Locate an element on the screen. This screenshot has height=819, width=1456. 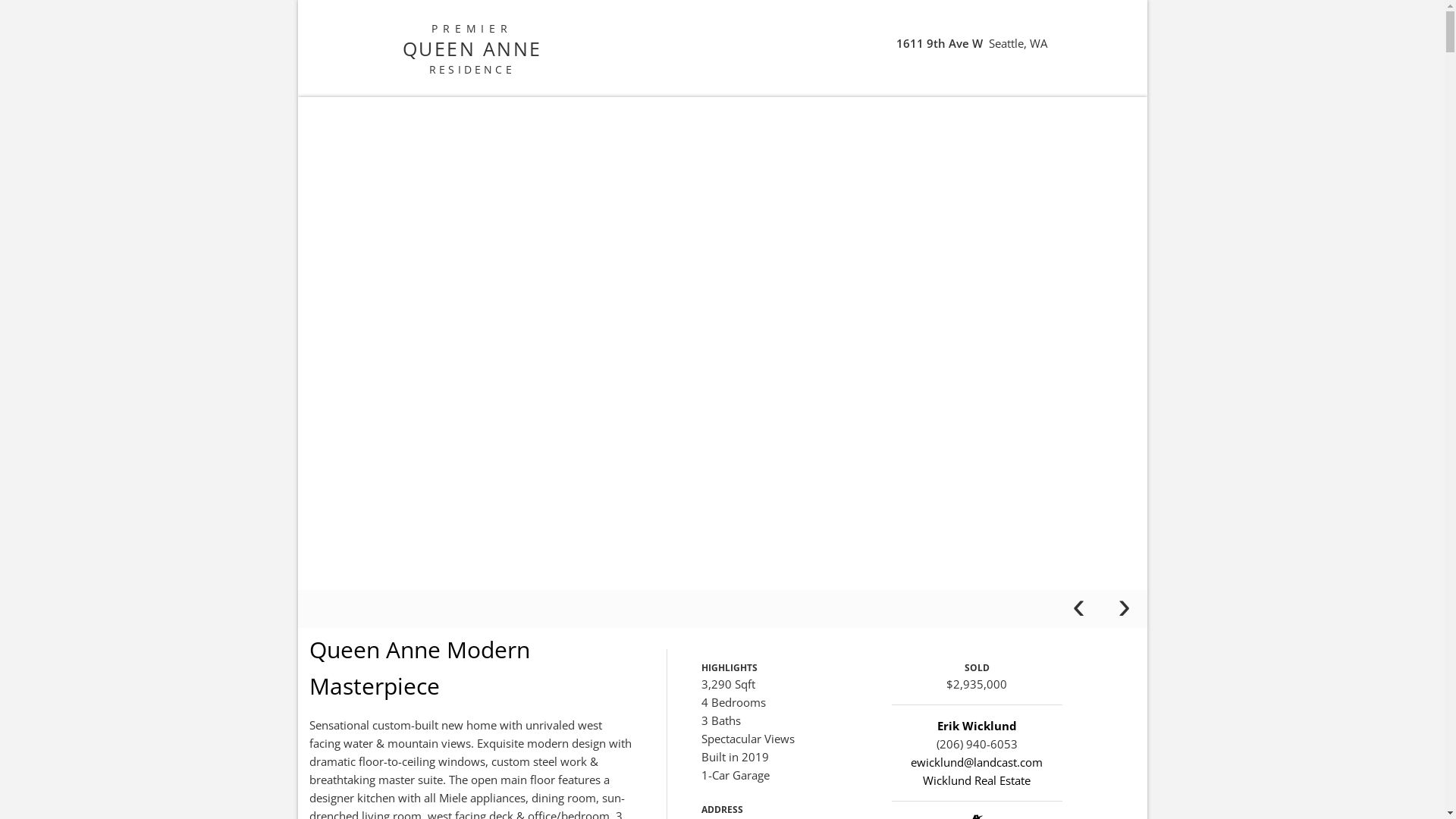
'Wicklund Real Estate' is located at coordinates (976, 780).